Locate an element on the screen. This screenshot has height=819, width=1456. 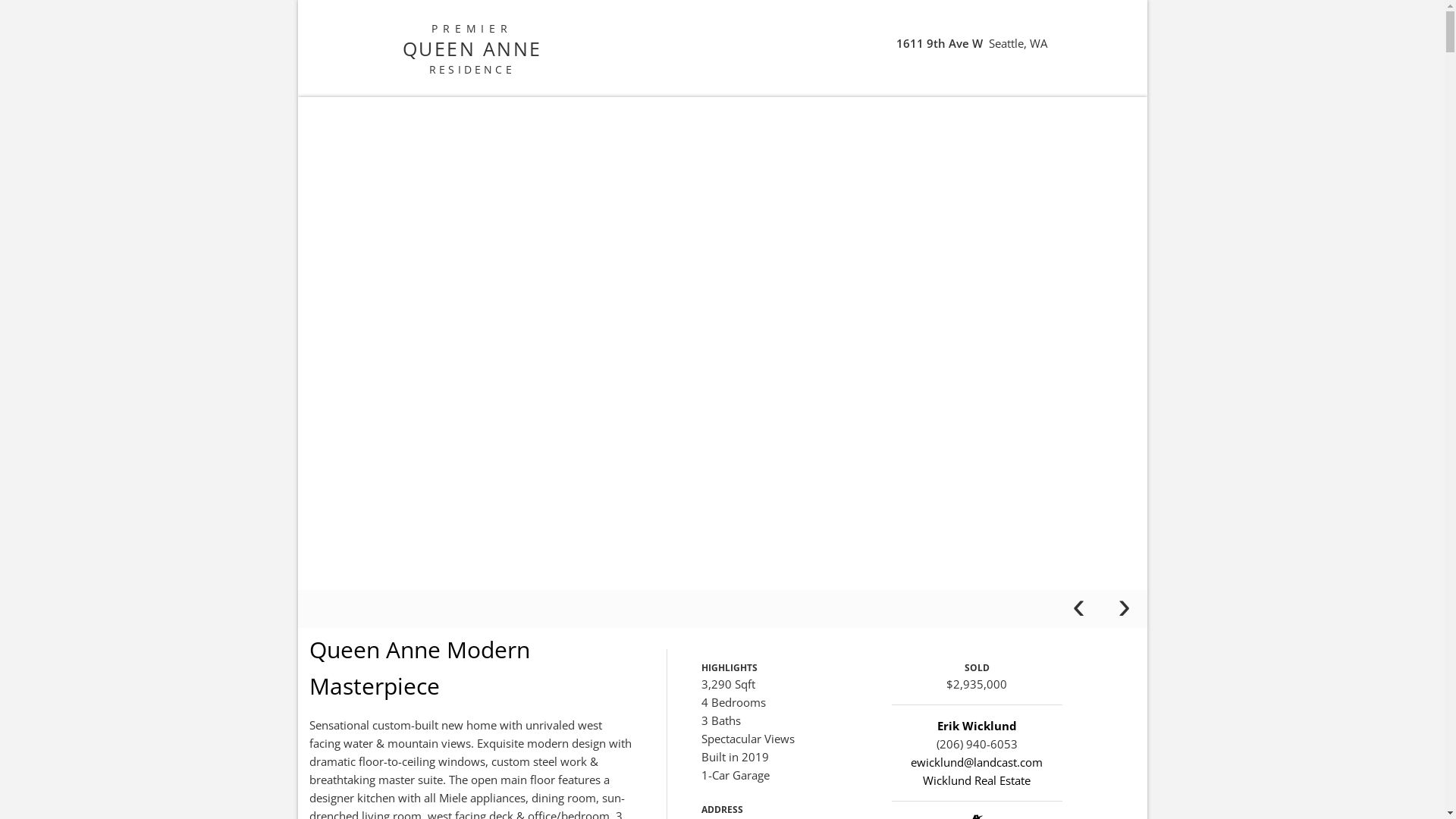
'Wicklund Real Estate' is located at coordinates (976, 780).